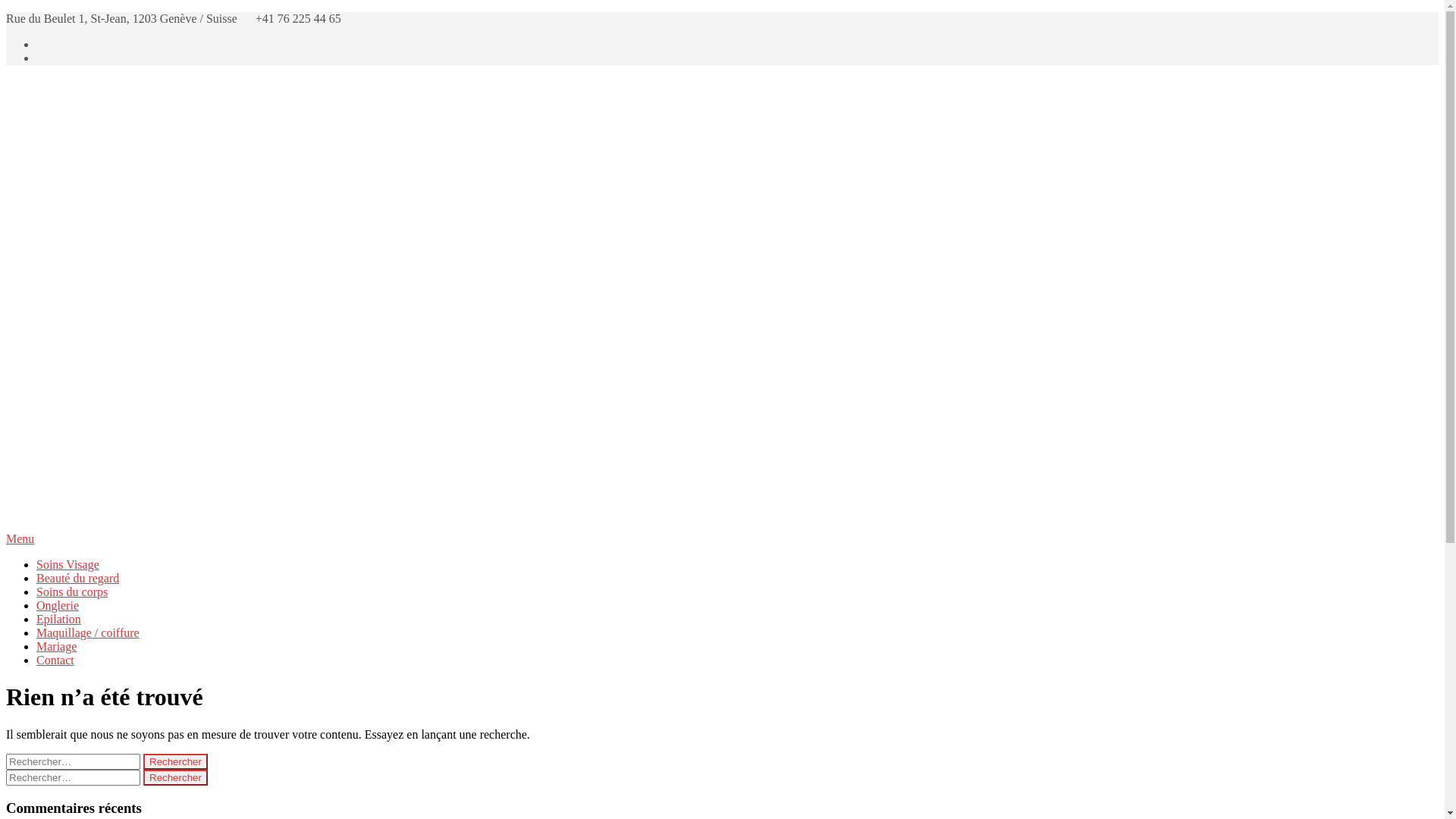 Image resolution: width=1456 pixels, height=819 pixels. I want to click on 'Soins Visage', so click(36, 564).